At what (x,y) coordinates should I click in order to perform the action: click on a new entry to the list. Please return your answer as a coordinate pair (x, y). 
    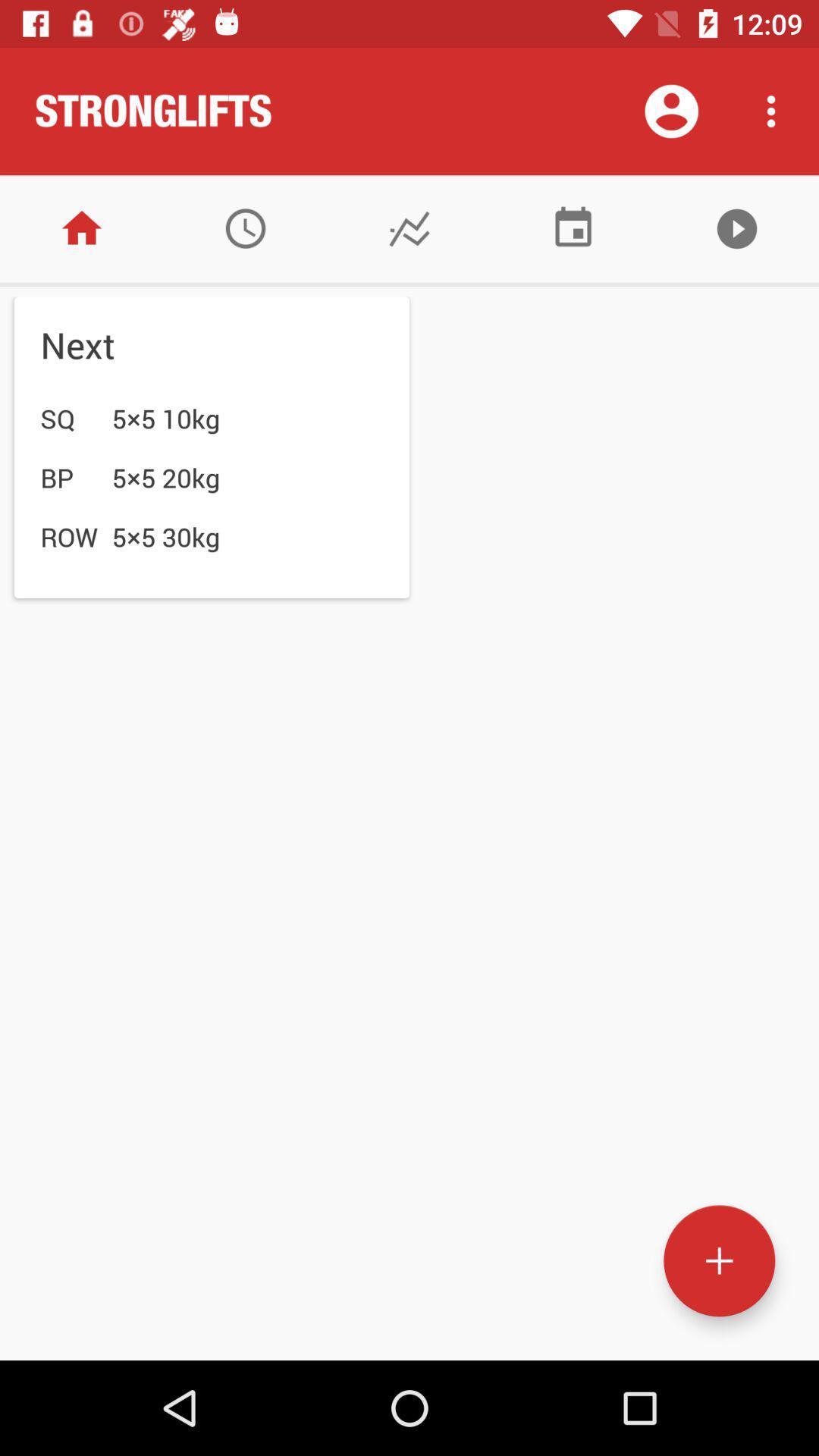
    Looking at the image, I should click on (718, 1260).